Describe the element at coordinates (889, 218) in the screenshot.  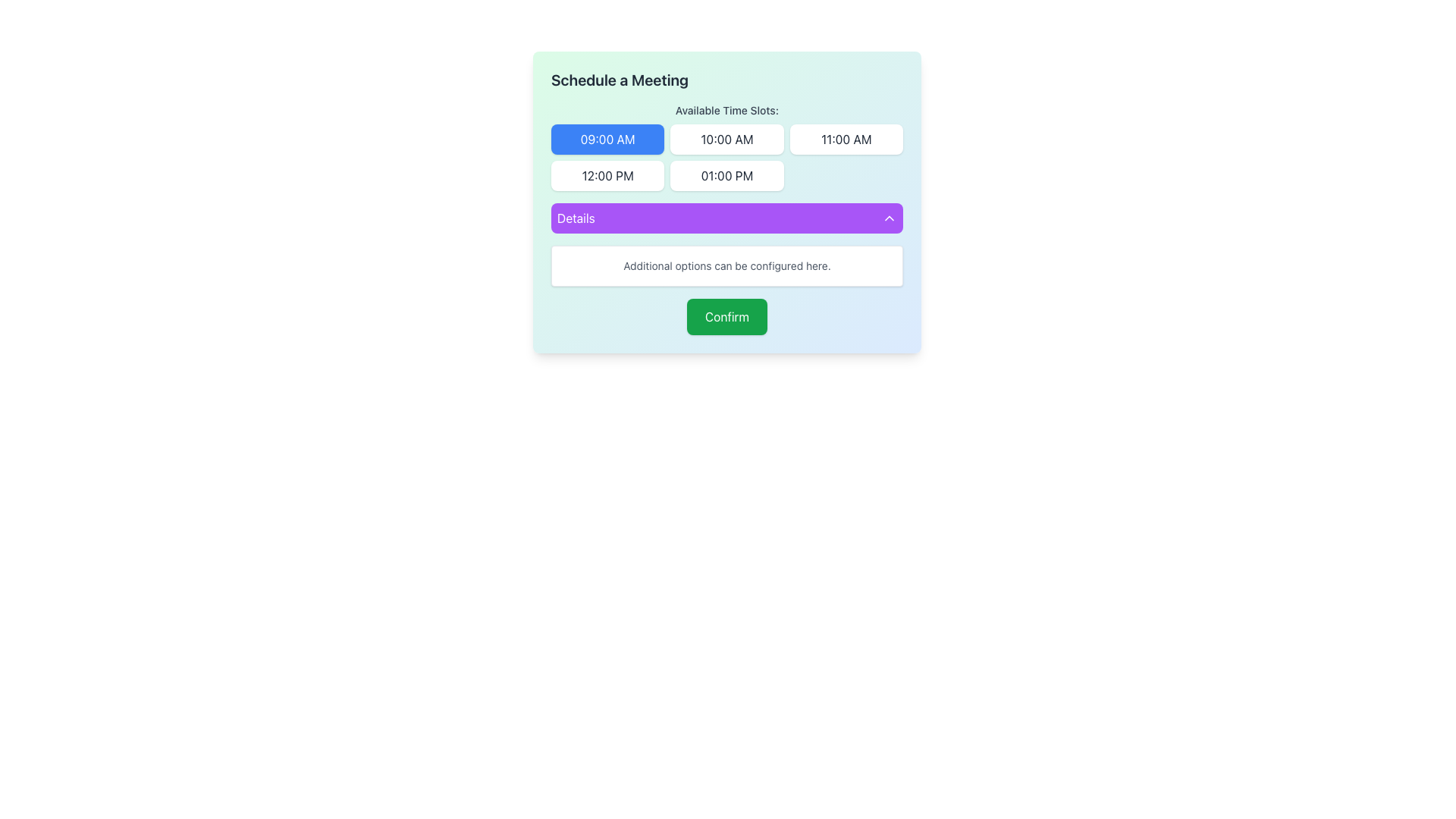
I see `the toggle button on the far right side of the purple 'Details' bar` at that location.